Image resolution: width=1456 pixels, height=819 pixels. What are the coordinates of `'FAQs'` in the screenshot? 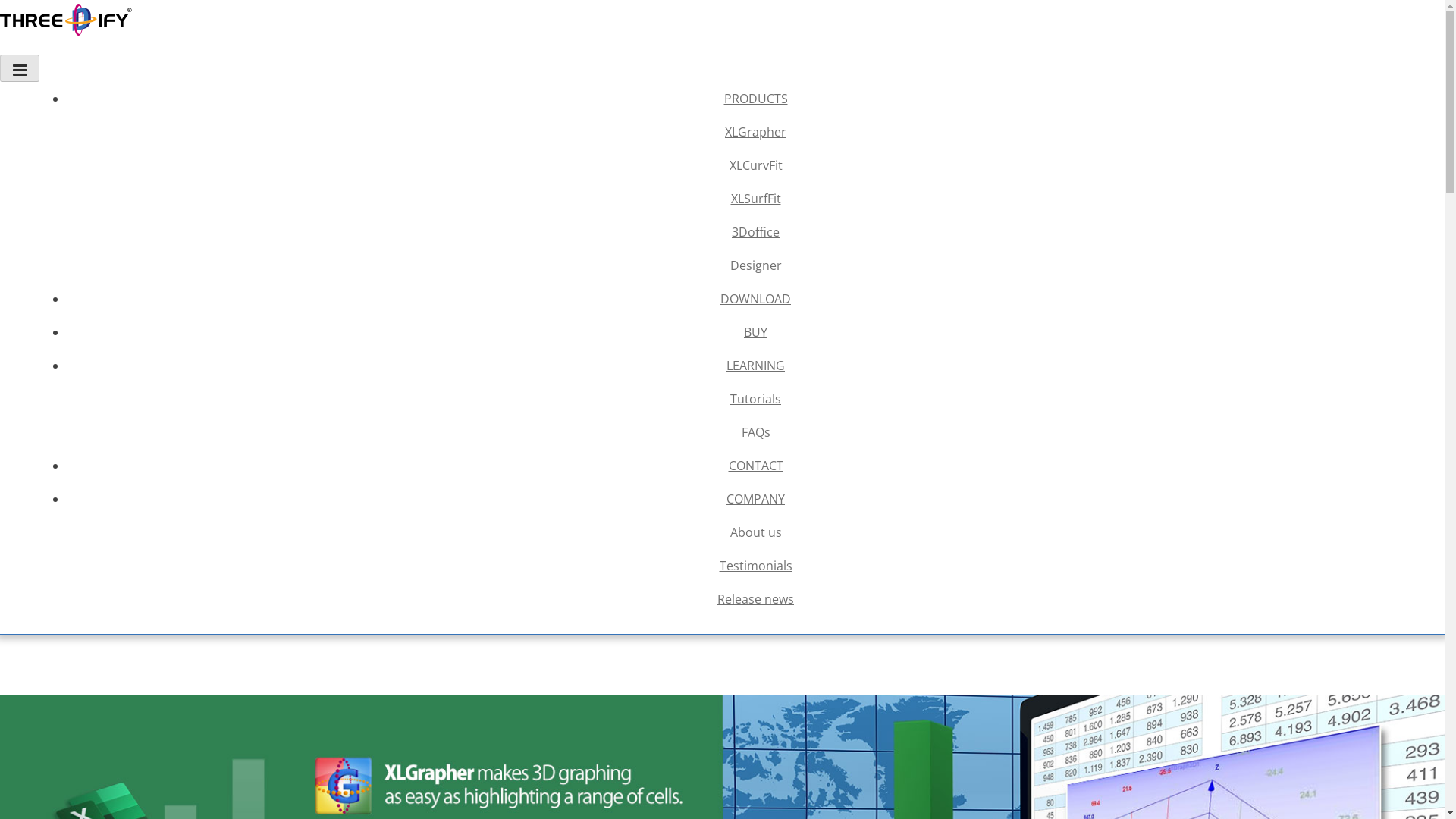 It's located at (755, 432).